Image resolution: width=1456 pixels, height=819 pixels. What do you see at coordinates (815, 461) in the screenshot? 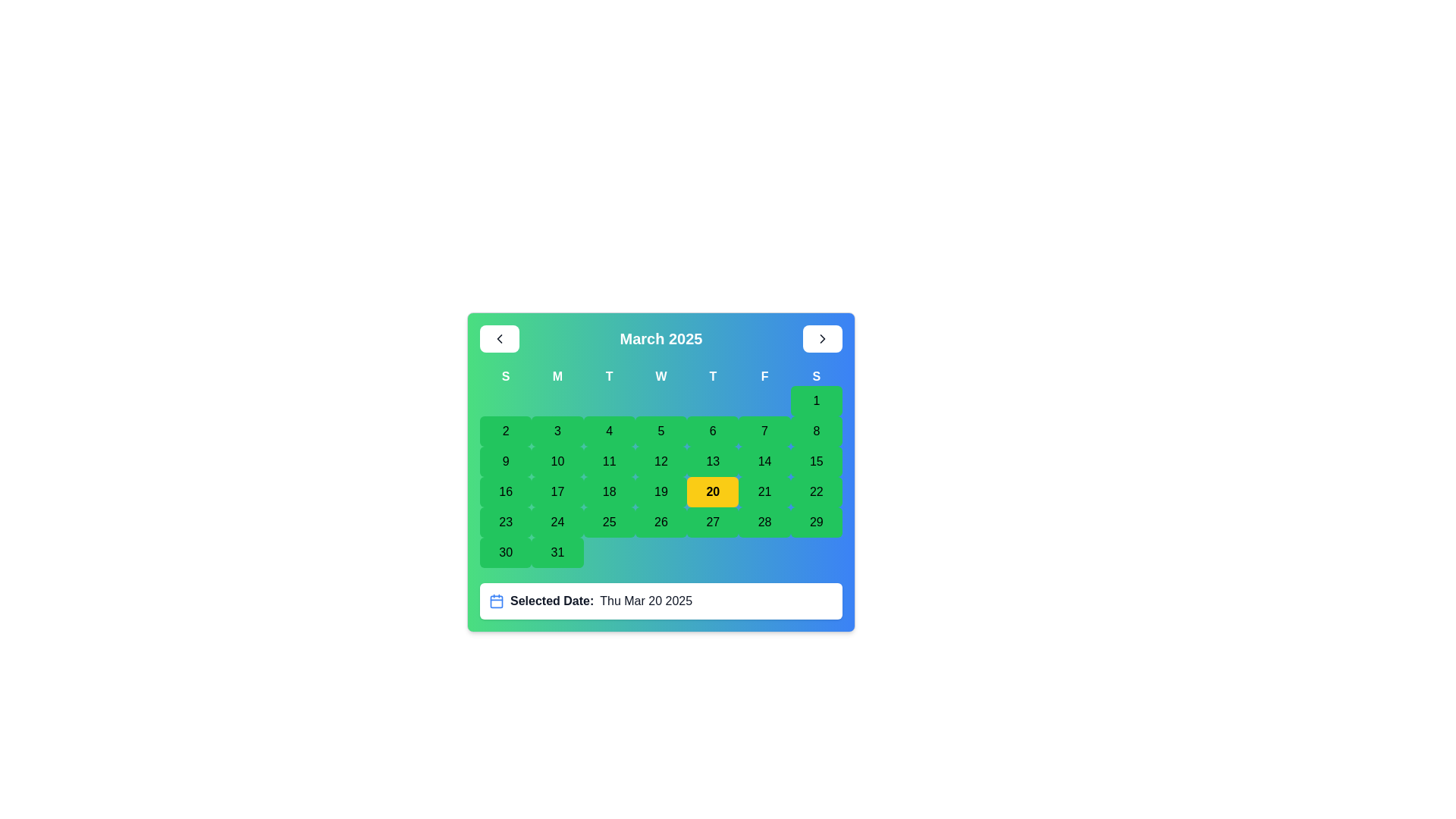
I see `the green button labeled '15'` at bounding box center [815, 461].